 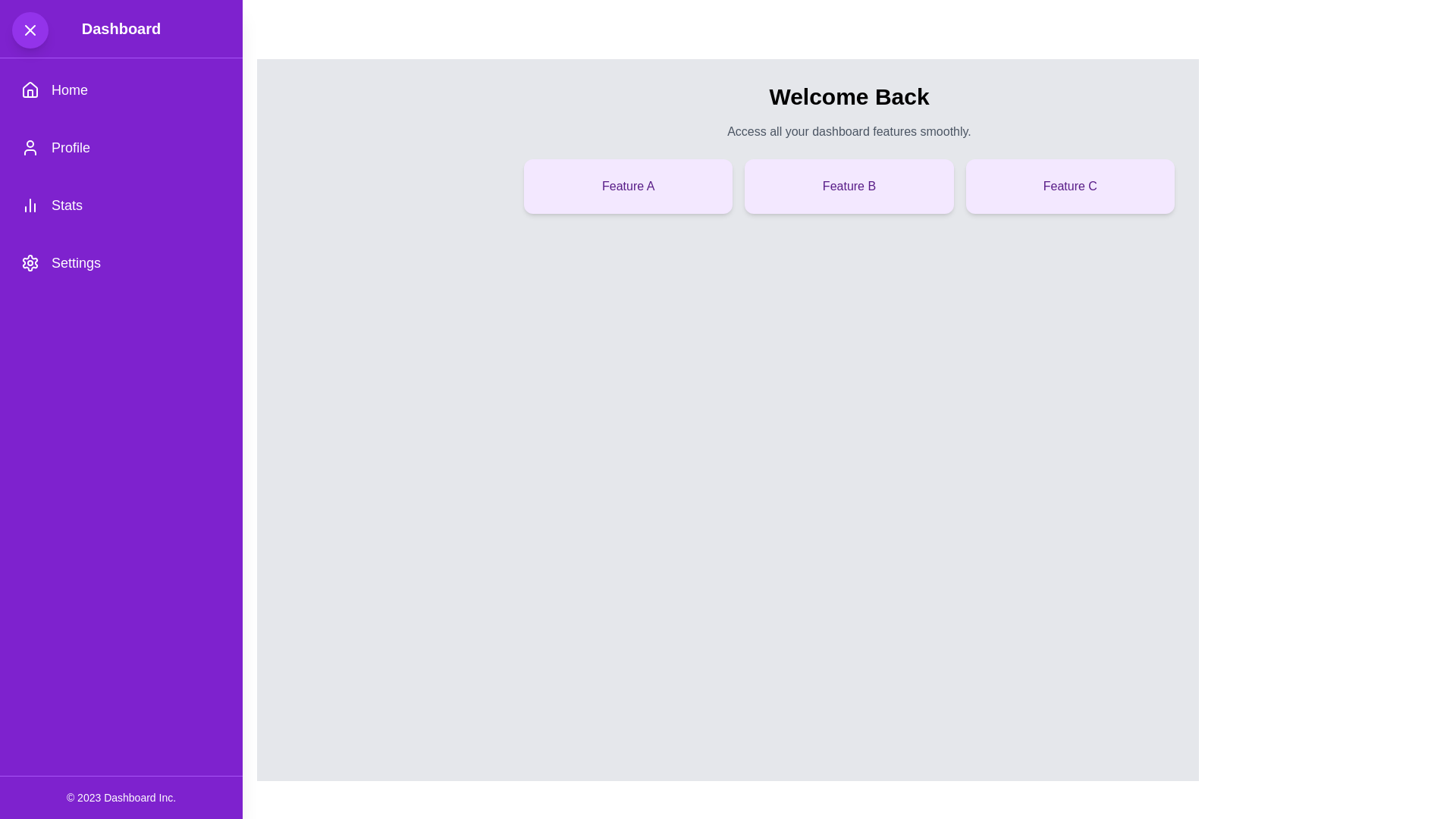 I want to click on the small white text displaying '© 2023 Dashboard Inc.' located in the footer section of the purple background, so click(x=120, y=797).